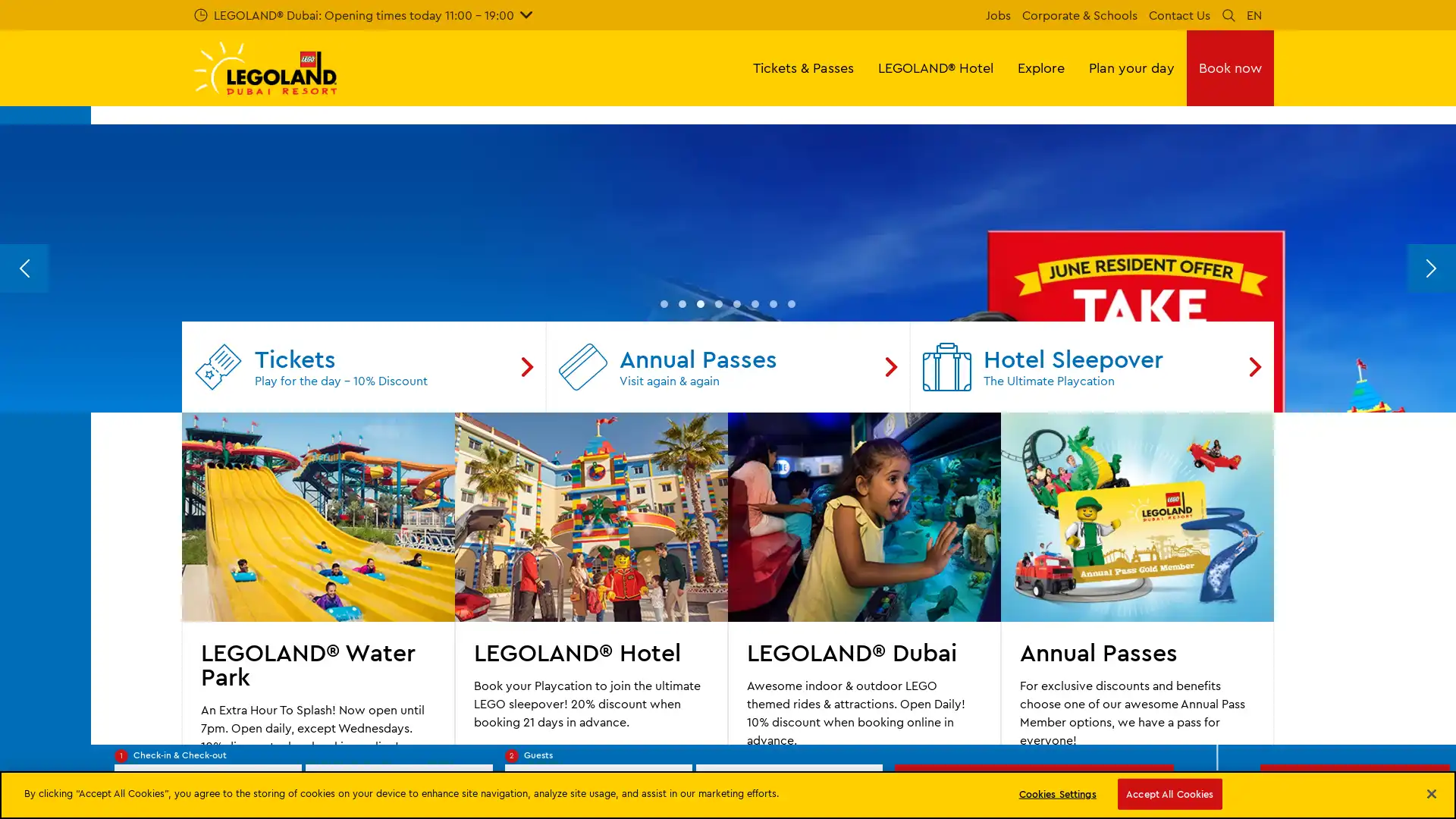 The width and height of the screenshot is (1456, 819). What do you see at coordinates (1228, 14) in the screenshot?
I see `Search` at bounding box center [1228, 14].